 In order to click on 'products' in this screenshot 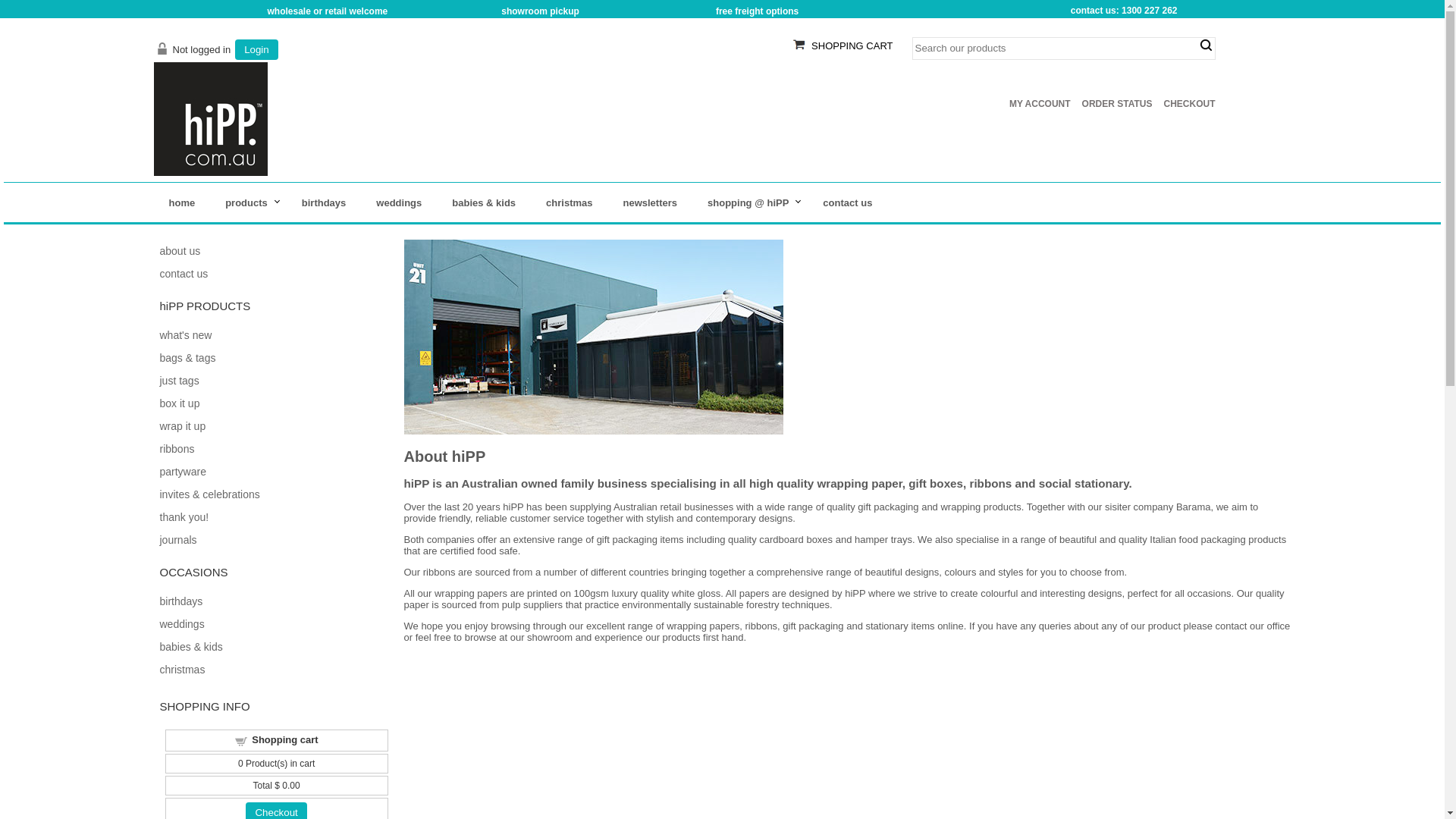, I will do `click(248, 202)`.